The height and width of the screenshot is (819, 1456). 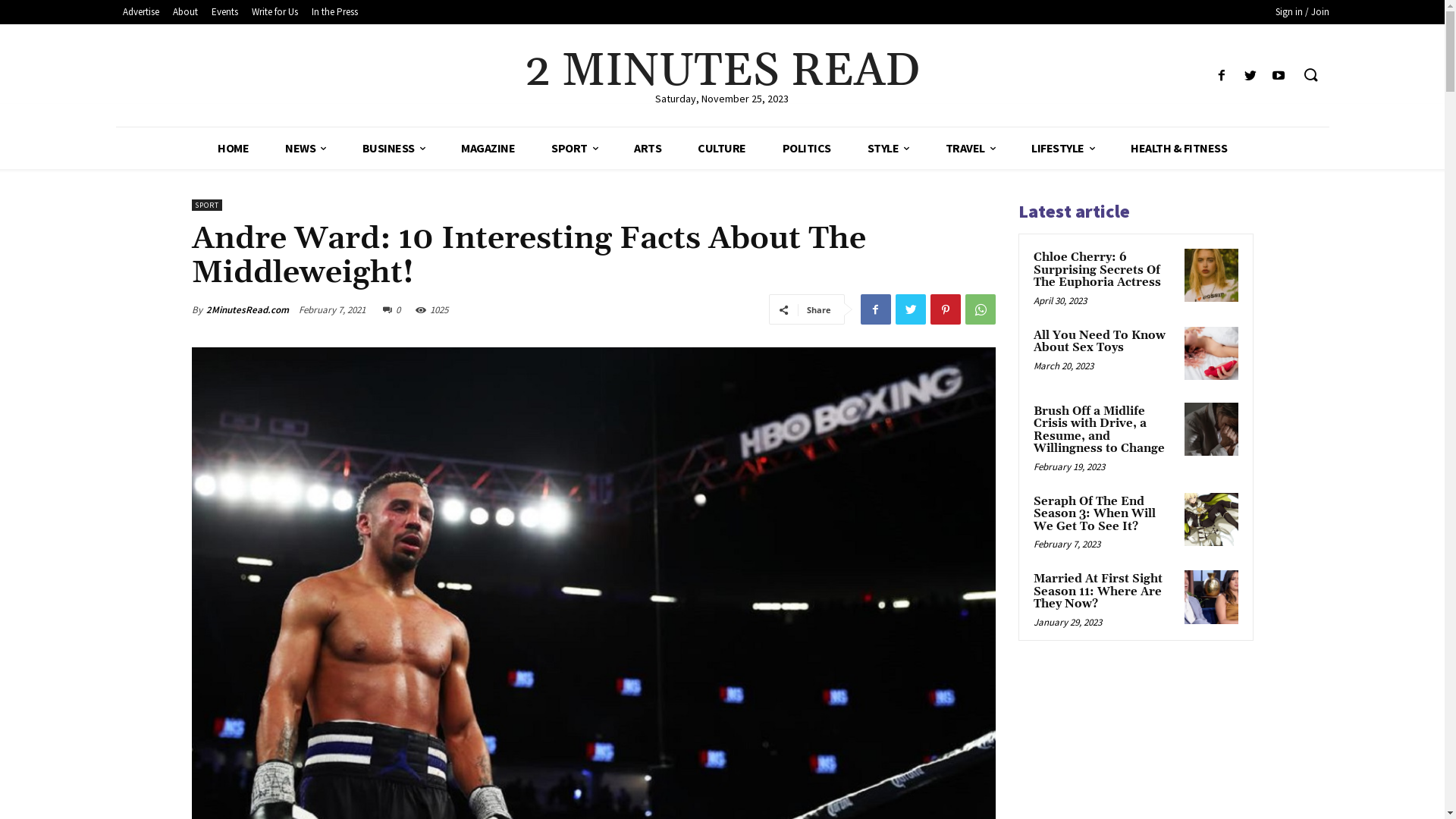 I want to click on 'Advertise', so click(x=115, y=11).